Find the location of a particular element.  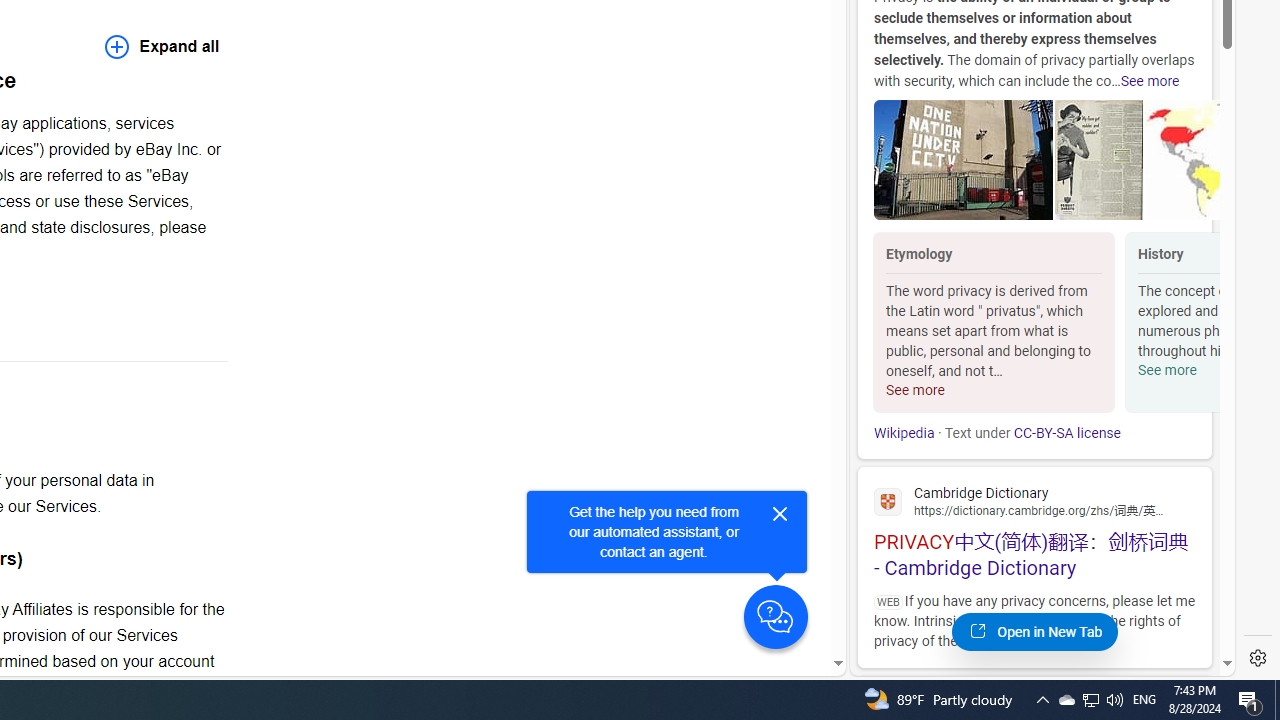

'Cambridge Dictionary' is located at coordinates (1034, 499).